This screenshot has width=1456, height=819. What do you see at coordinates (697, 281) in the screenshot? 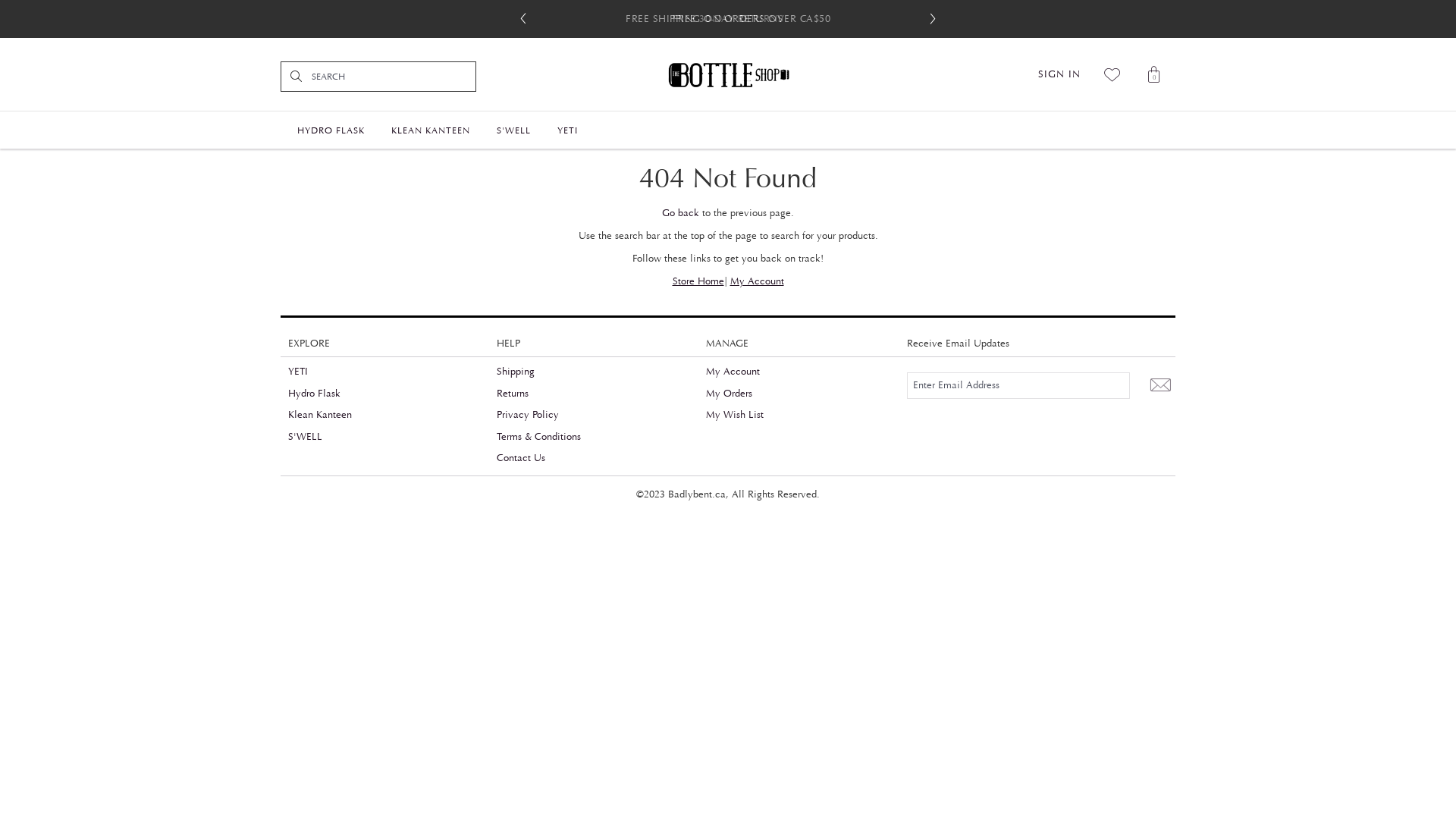
I see `'Store Home'` at bounding box center [697, 281].